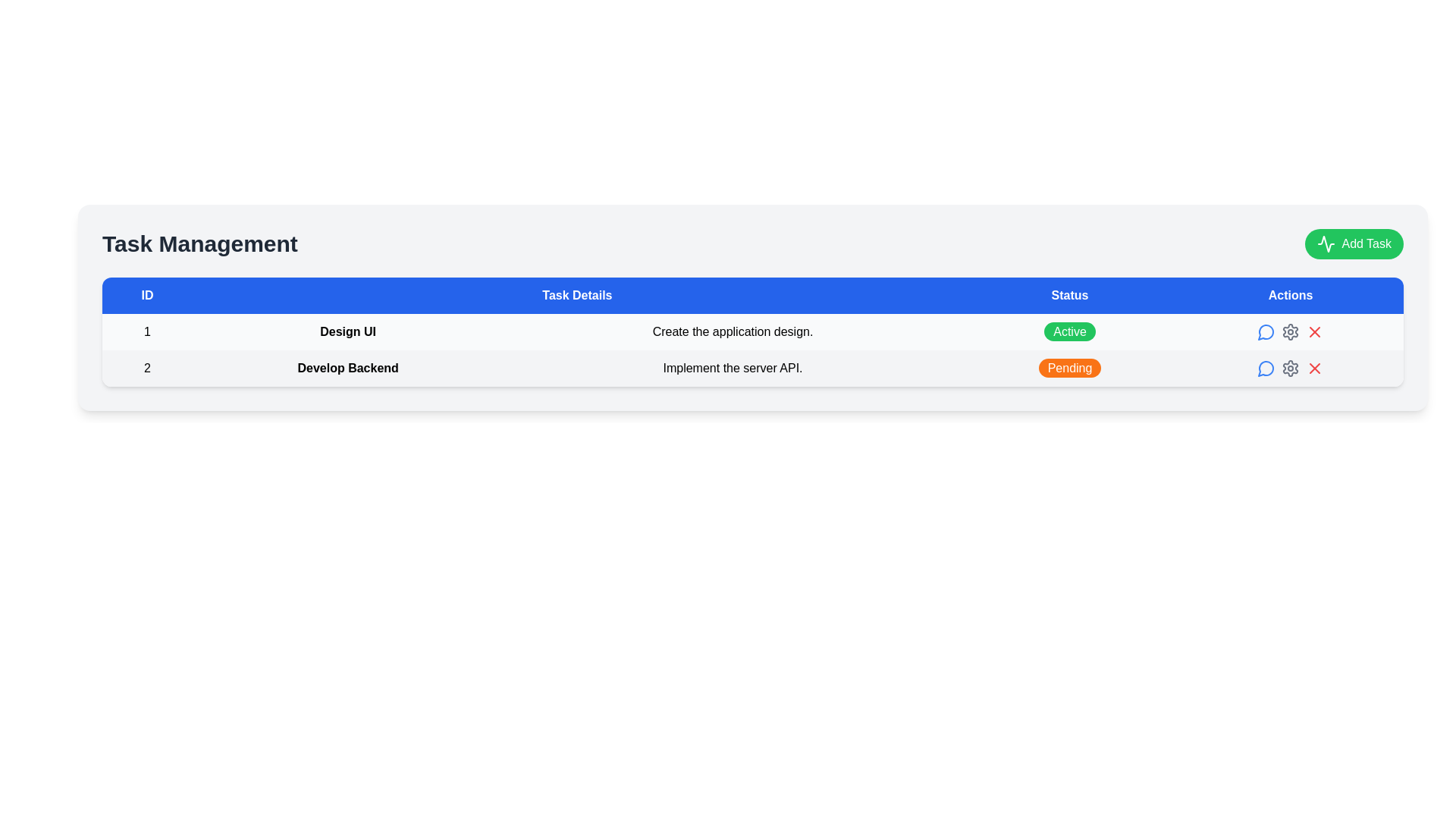  What do you see at coordinates (147, 331) in the screenshot?
I see `the text identifier for the associated task row` at bounding box center [147, 331].